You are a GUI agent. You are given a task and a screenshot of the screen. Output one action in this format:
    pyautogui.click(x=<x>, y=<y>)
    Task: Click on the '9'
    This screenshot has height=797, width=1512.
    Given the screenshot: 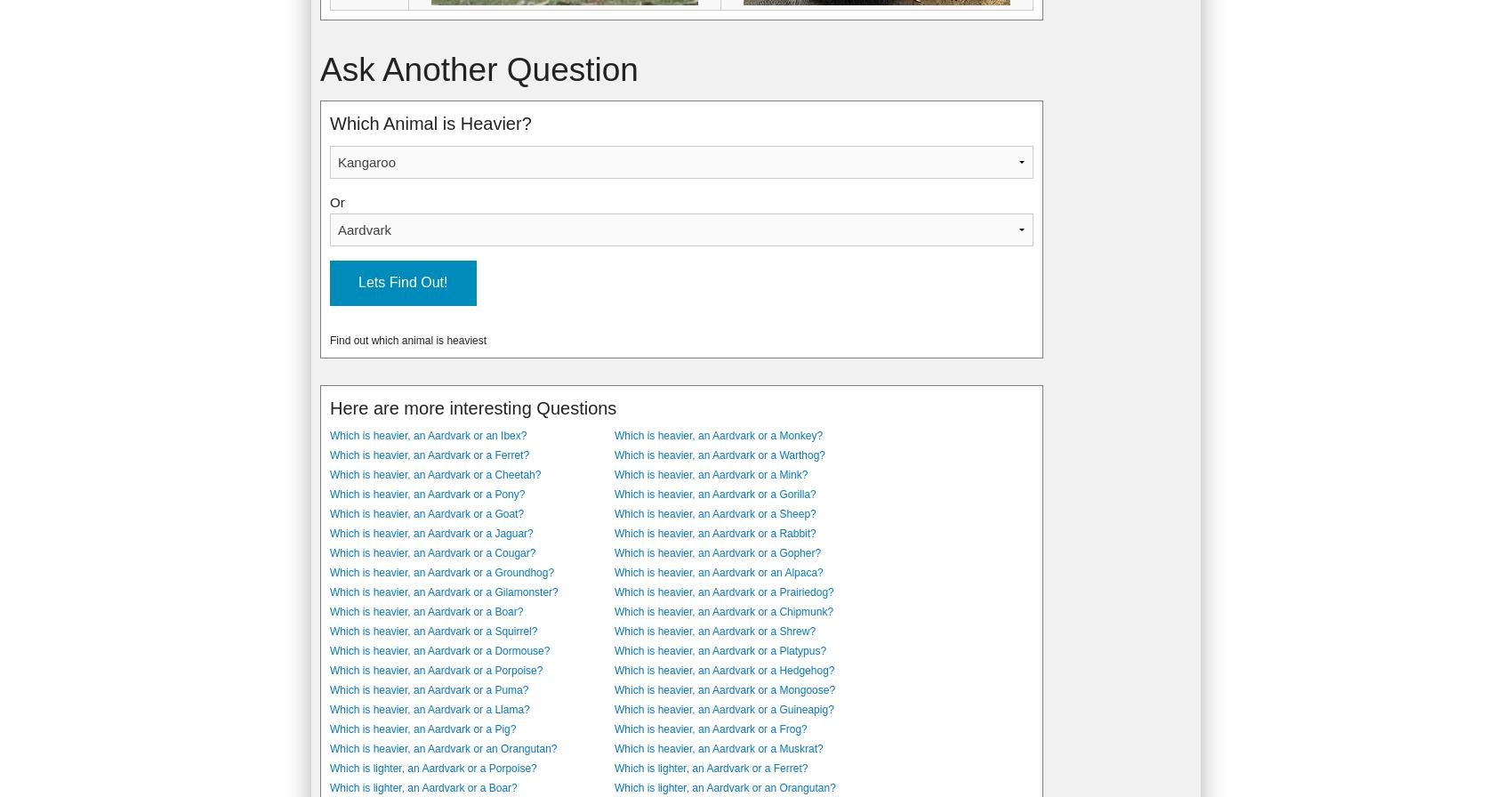 What is the action you would take?
    pyautogui.click(x=337, y=171)
    